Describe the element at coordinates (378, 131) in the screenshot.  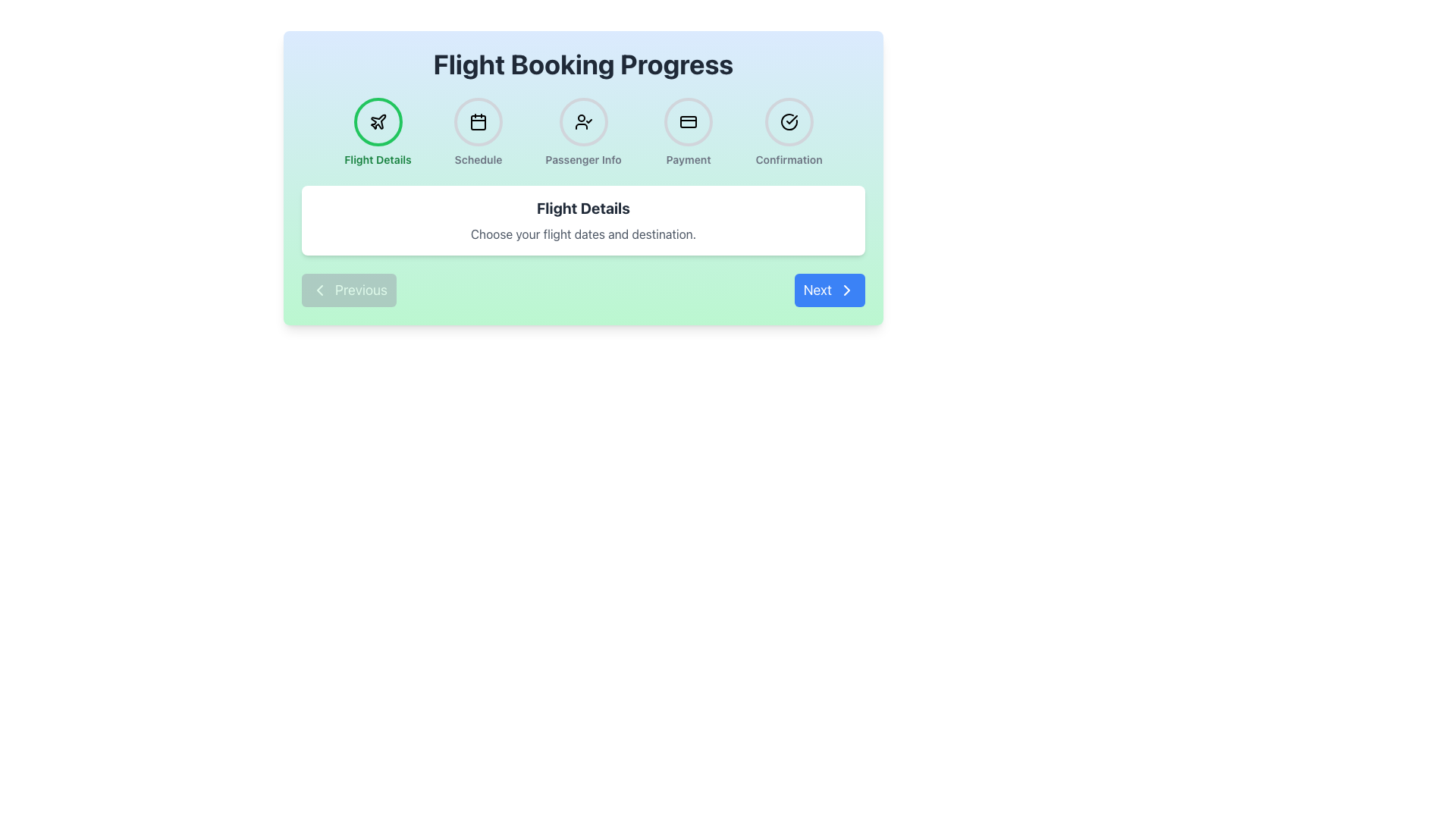
I see `the 'Flight Details' step indicator` at that location.